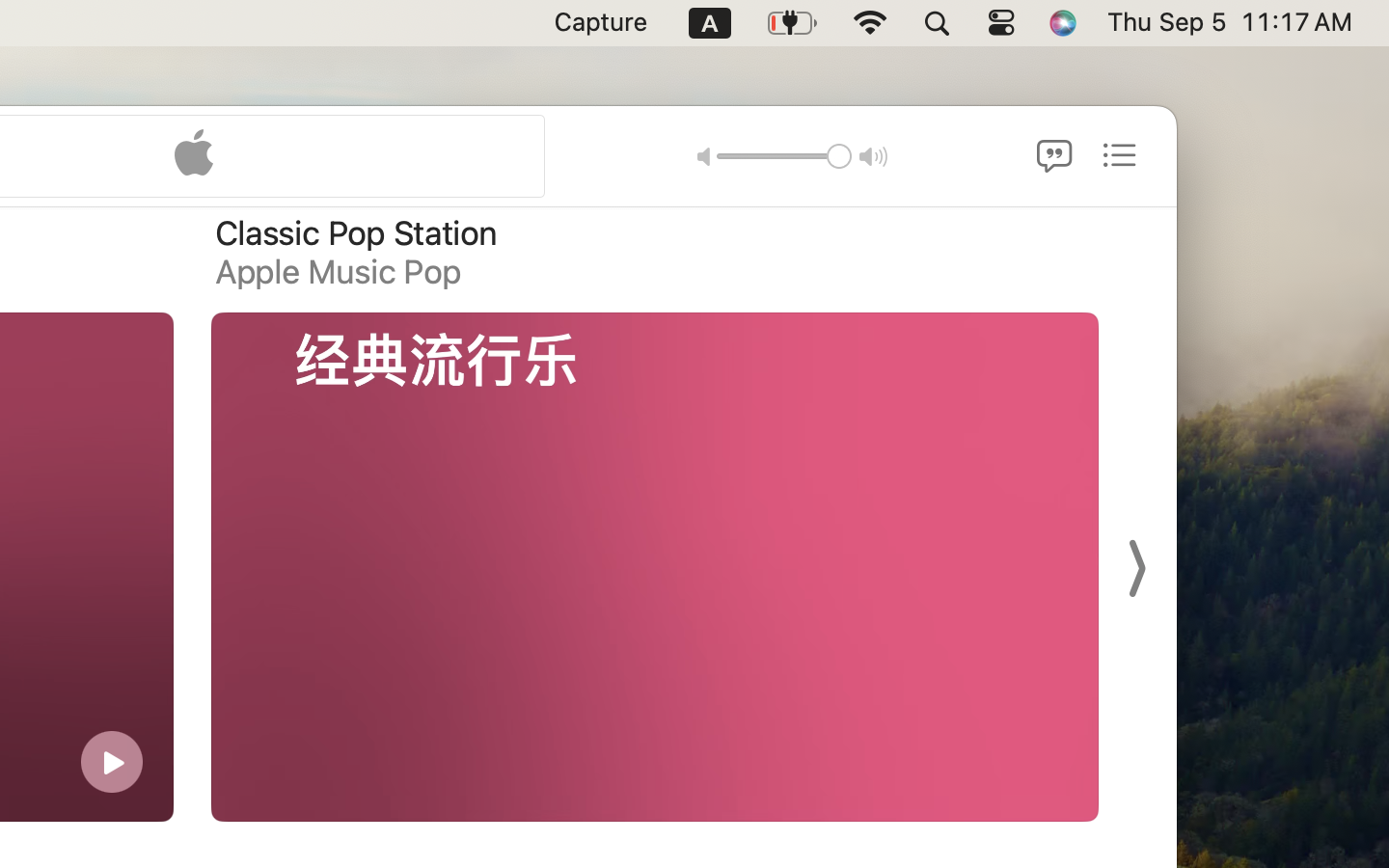 Image resolution: width=1389 pixels, height=868 pixels. I want to click on '1.0', so click(783, 155).